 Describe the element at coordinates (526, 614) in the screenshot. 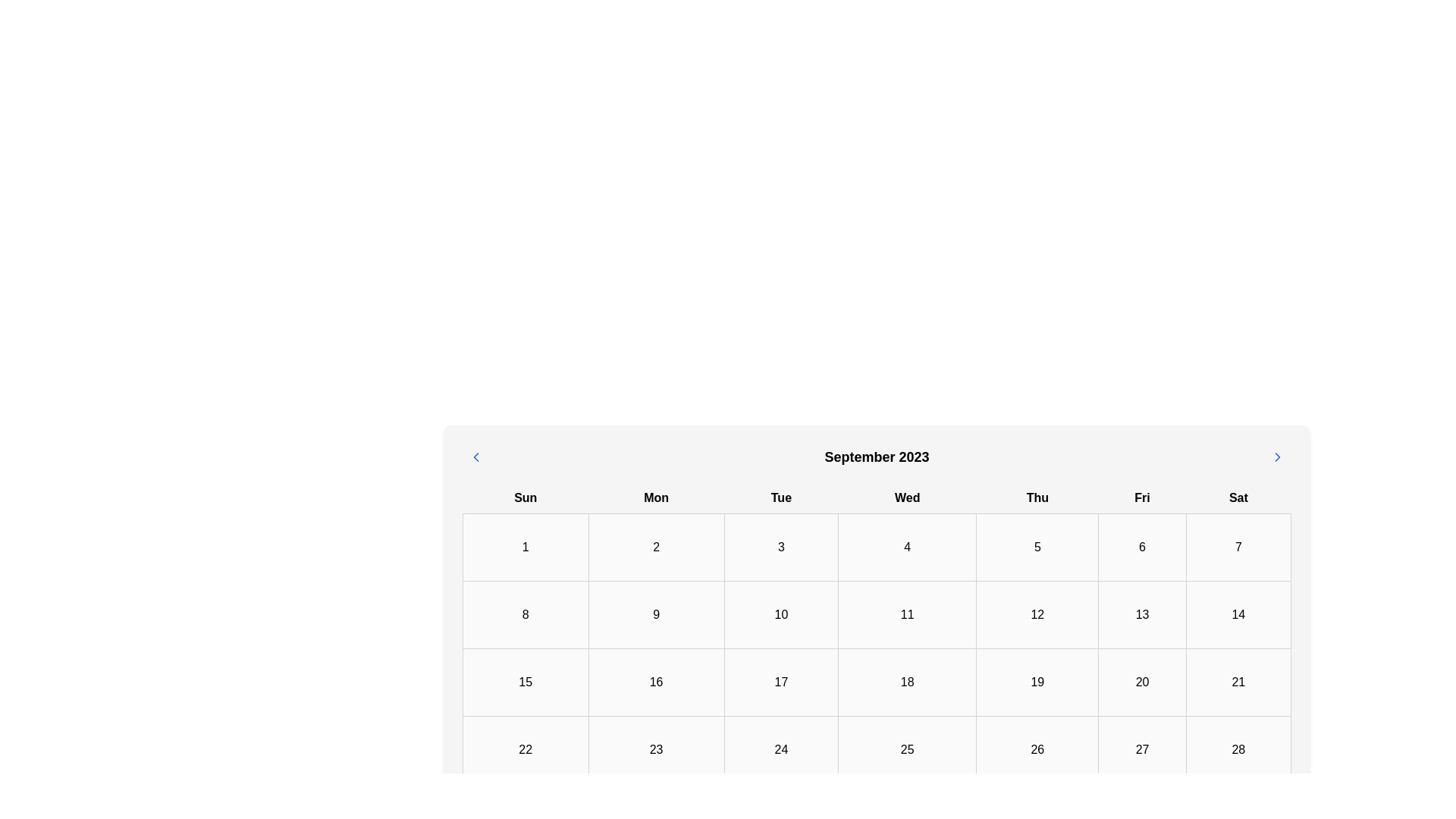

I see `the Calendar date box displaying the number '8'` at that location.